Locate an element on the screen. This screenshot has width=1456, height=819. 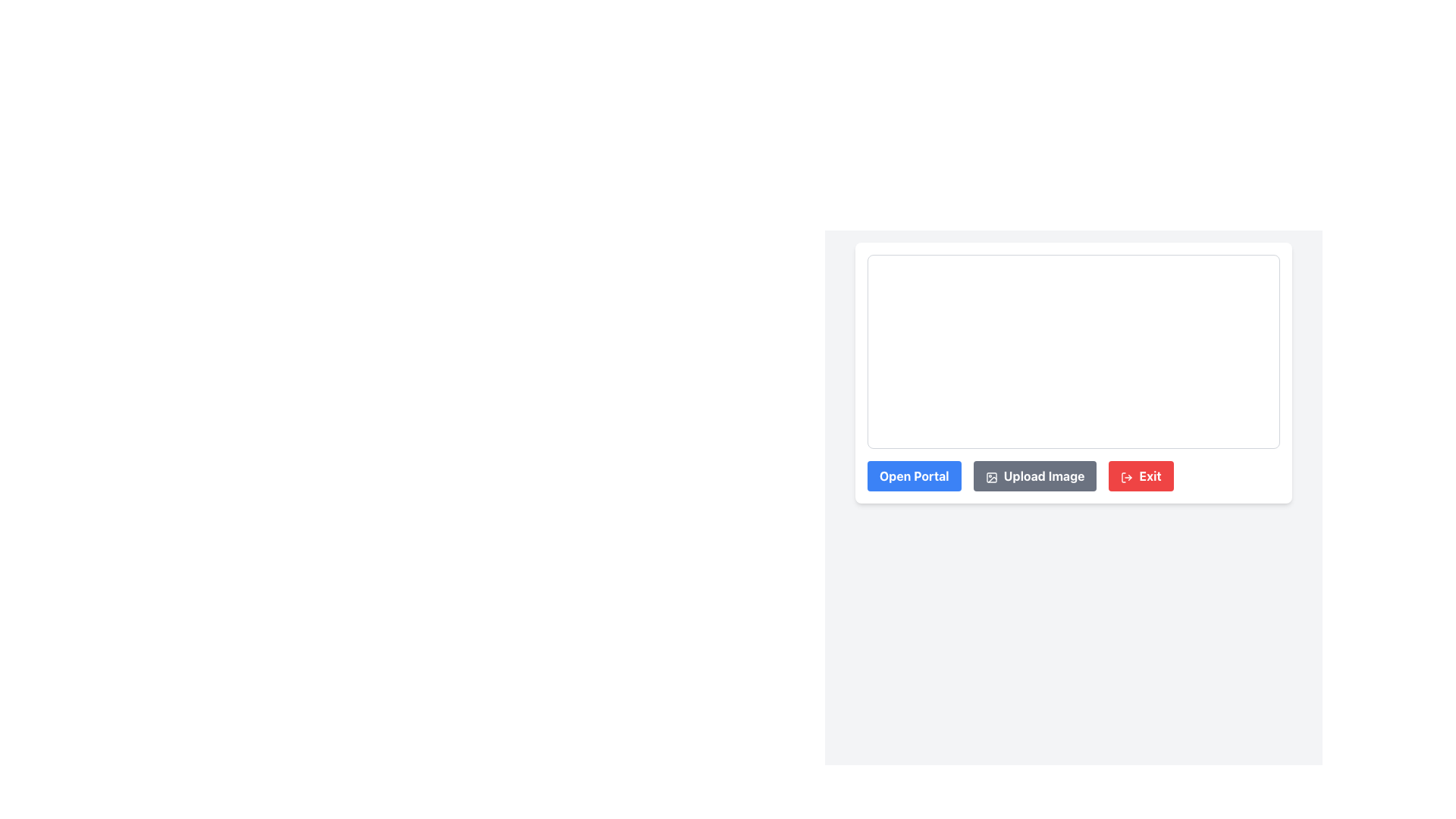
the exit button located at the bottom right of the section using keyboard navigation for accessibility is located at coordinates (1141, 475).